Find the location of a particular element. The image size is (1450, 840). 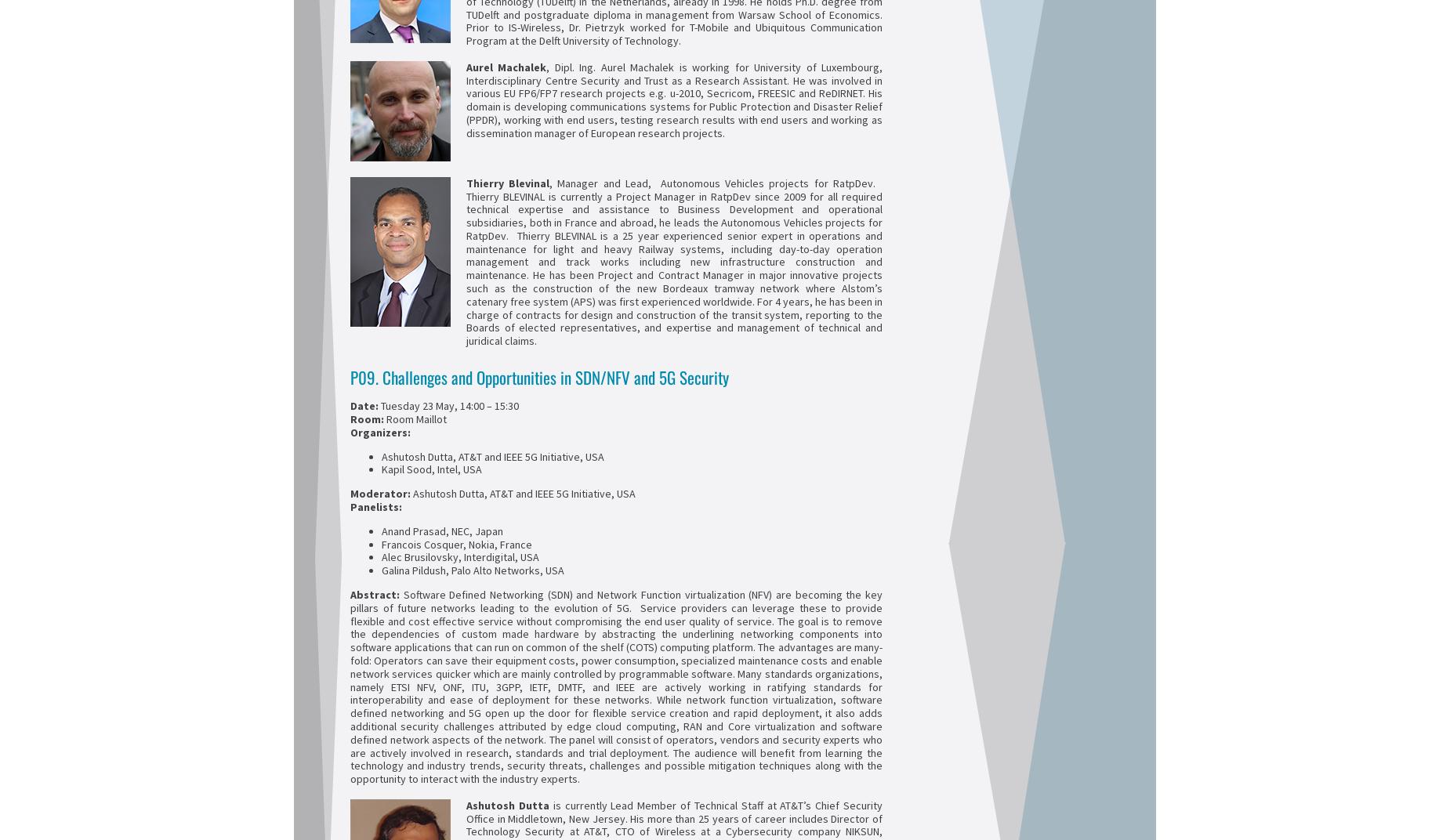

'P09. Challenges and Opportunities in SDN/NFV and 5G Security' is located at coordinates (539, 377).